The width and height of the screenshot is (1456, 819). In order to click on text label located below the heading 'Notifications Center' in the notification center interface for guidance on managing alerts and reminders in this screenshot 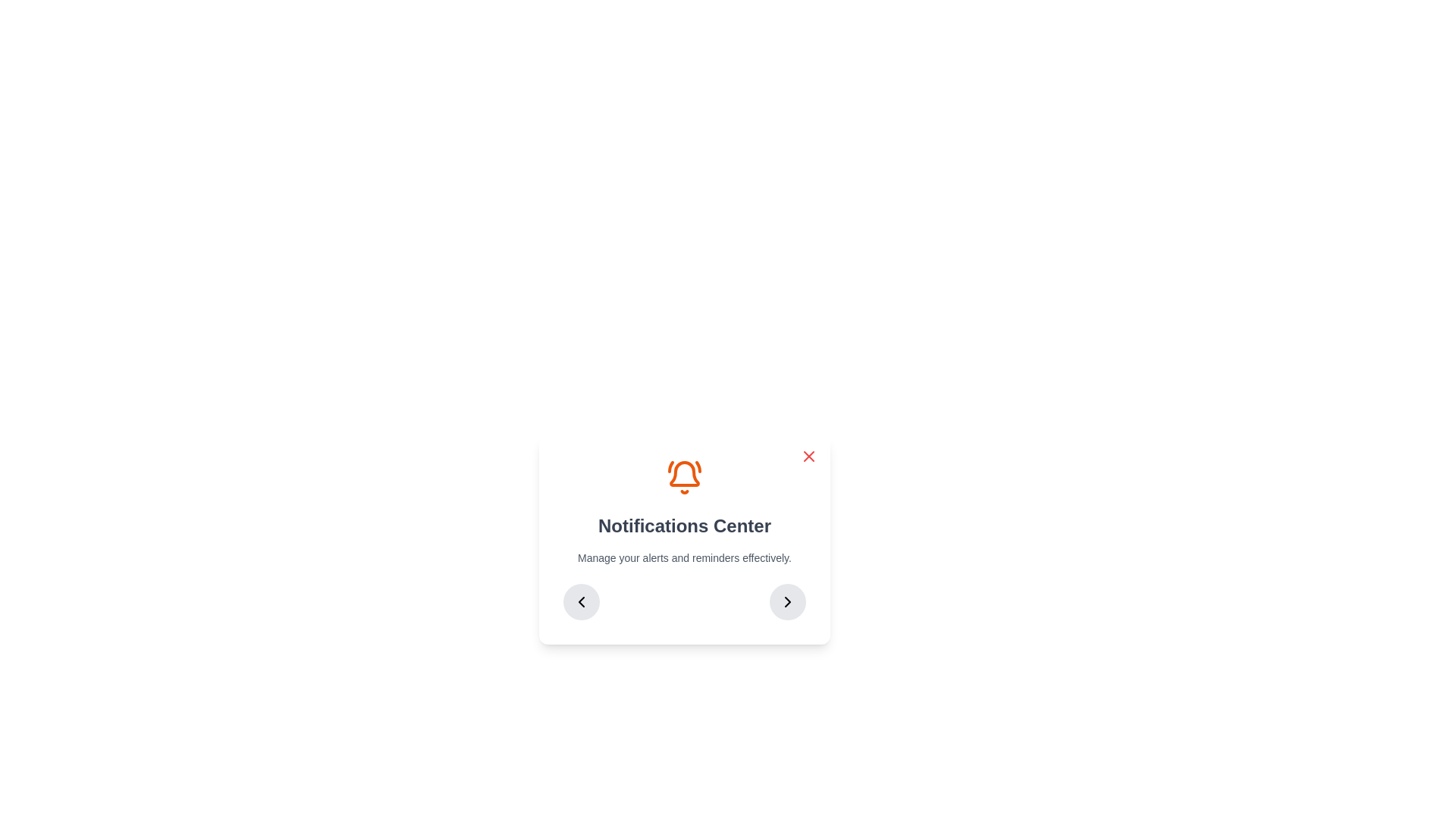, I will do `click(683, 558)`.